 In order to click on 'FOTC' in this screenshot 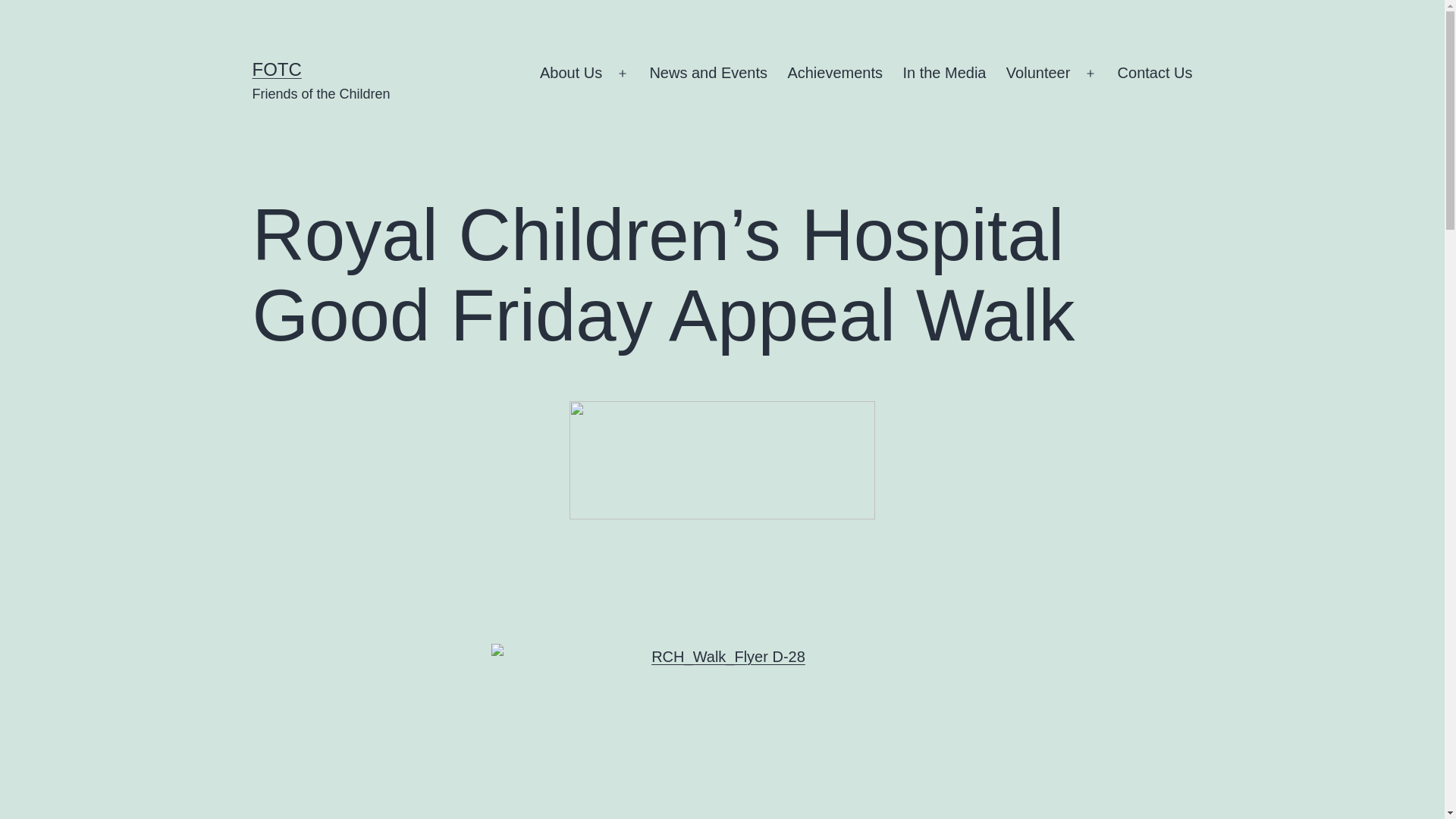, I will do `click(276, 69)`.